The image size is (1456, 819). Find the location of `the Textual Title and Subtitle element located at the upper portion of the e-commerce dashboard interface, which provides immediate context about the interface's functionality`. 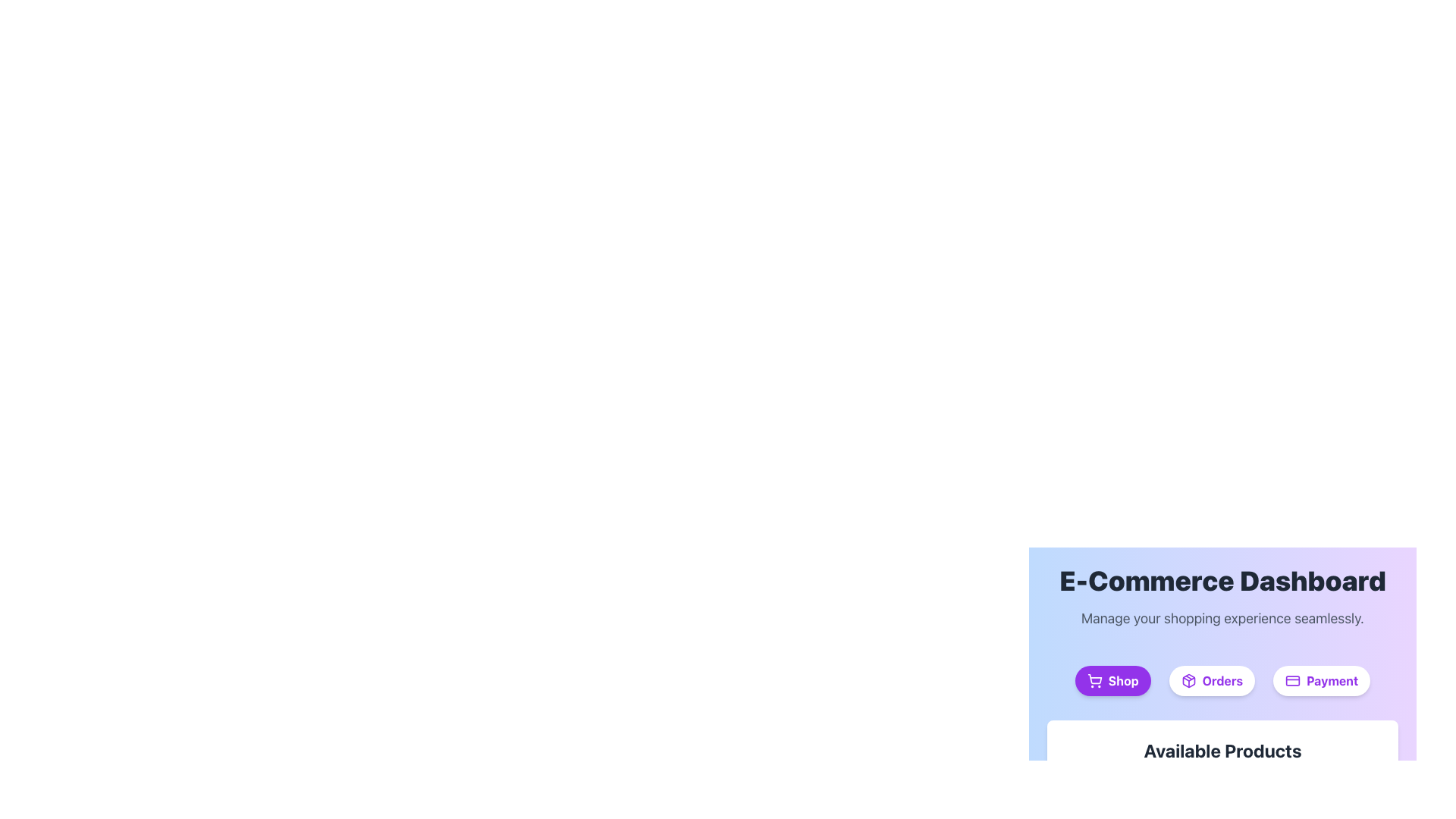

the Textual Title and Subtitle element located at the upper portion of the e-commerce dashboard interface, which provides immediate context about the interface's functionality is located at coordinates (1222, 596).